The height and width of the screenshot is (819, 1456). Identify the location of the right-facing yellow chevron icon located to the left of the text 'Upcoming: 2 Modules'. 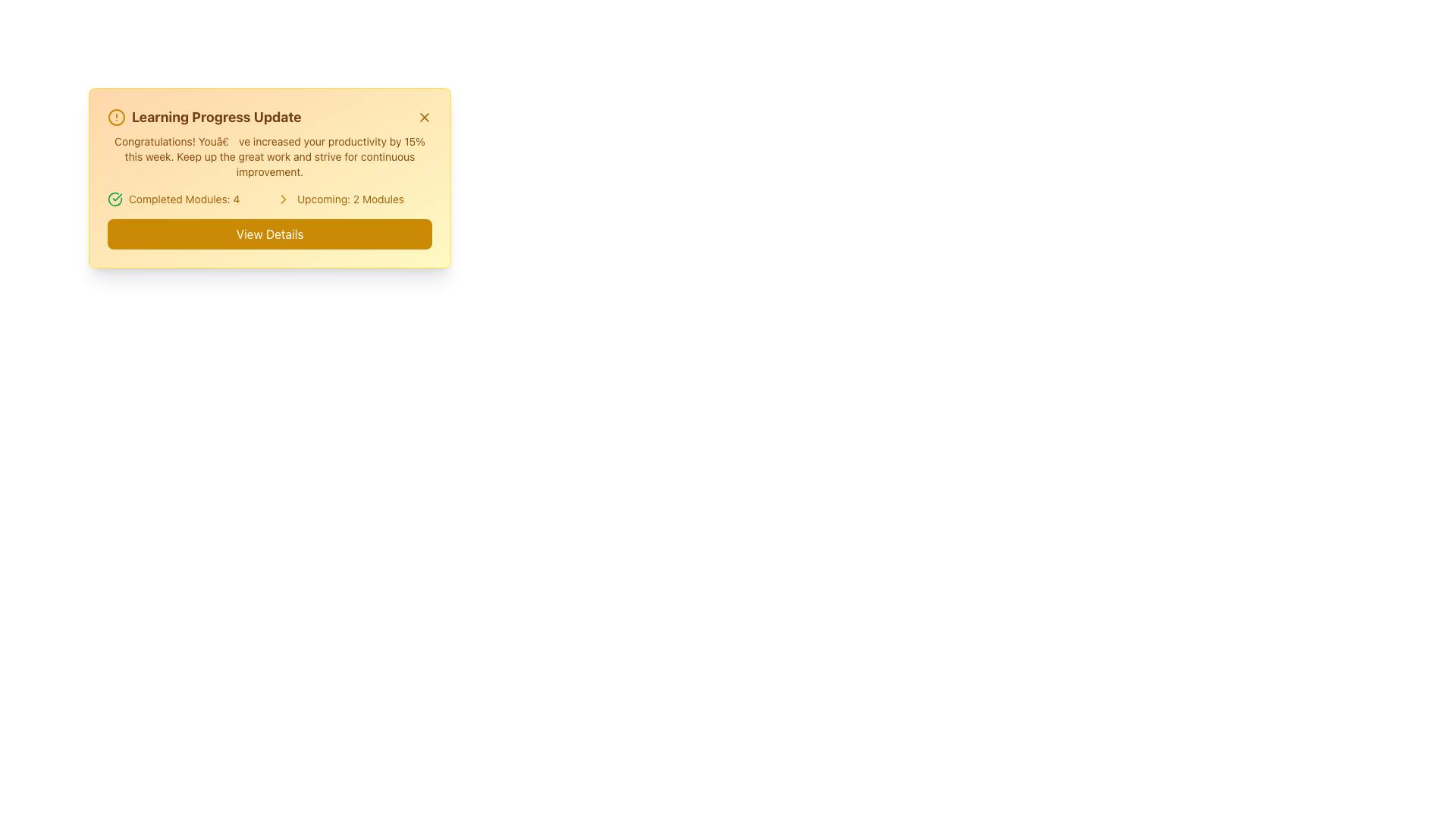
(284, 198).